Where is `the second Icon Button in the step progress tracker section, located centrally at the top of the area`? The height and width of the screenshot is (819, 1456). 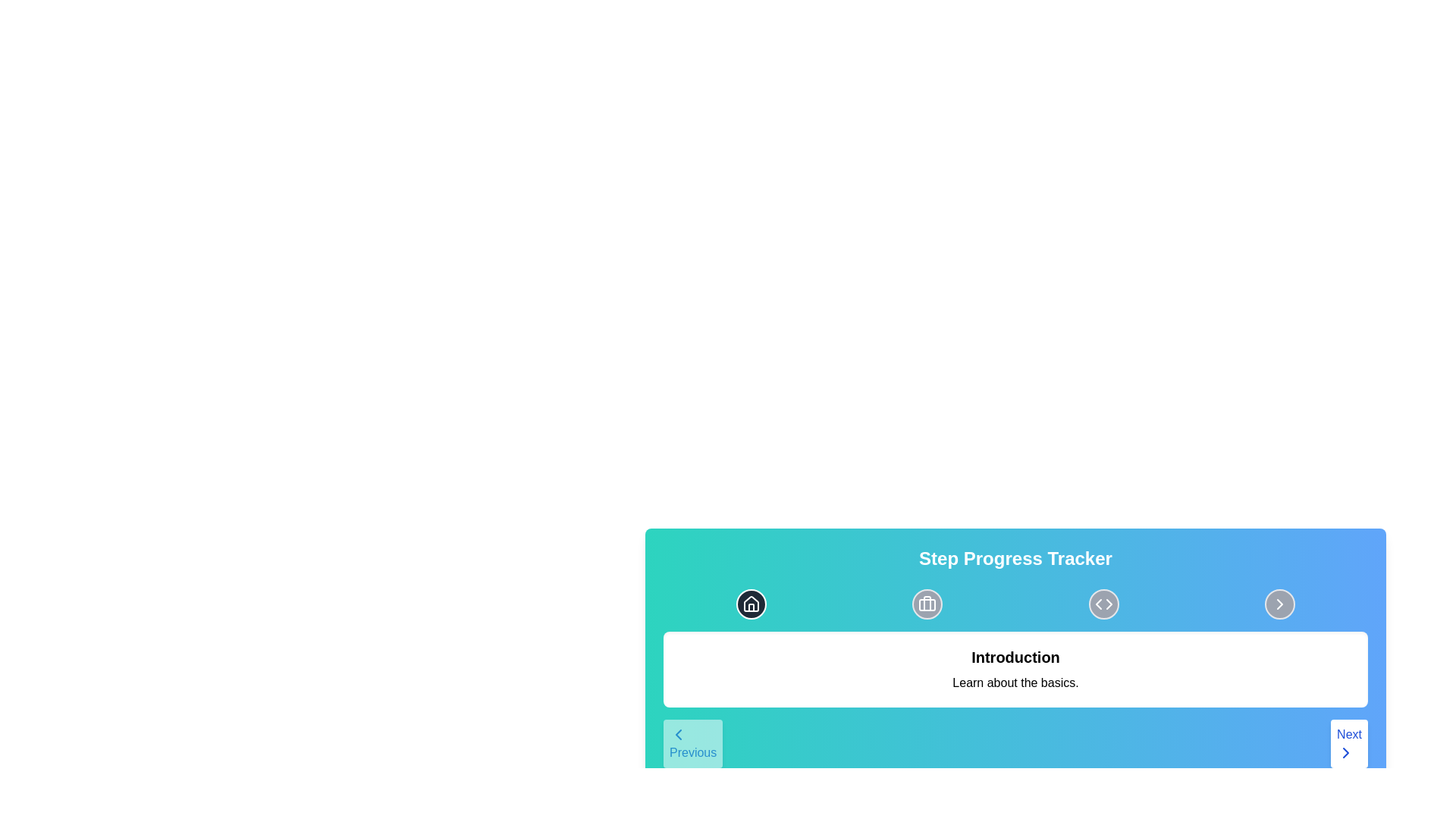 the second Icon Button in the step progress tracker section, located centrally at the top of the area is located at coordinates (927, 604).